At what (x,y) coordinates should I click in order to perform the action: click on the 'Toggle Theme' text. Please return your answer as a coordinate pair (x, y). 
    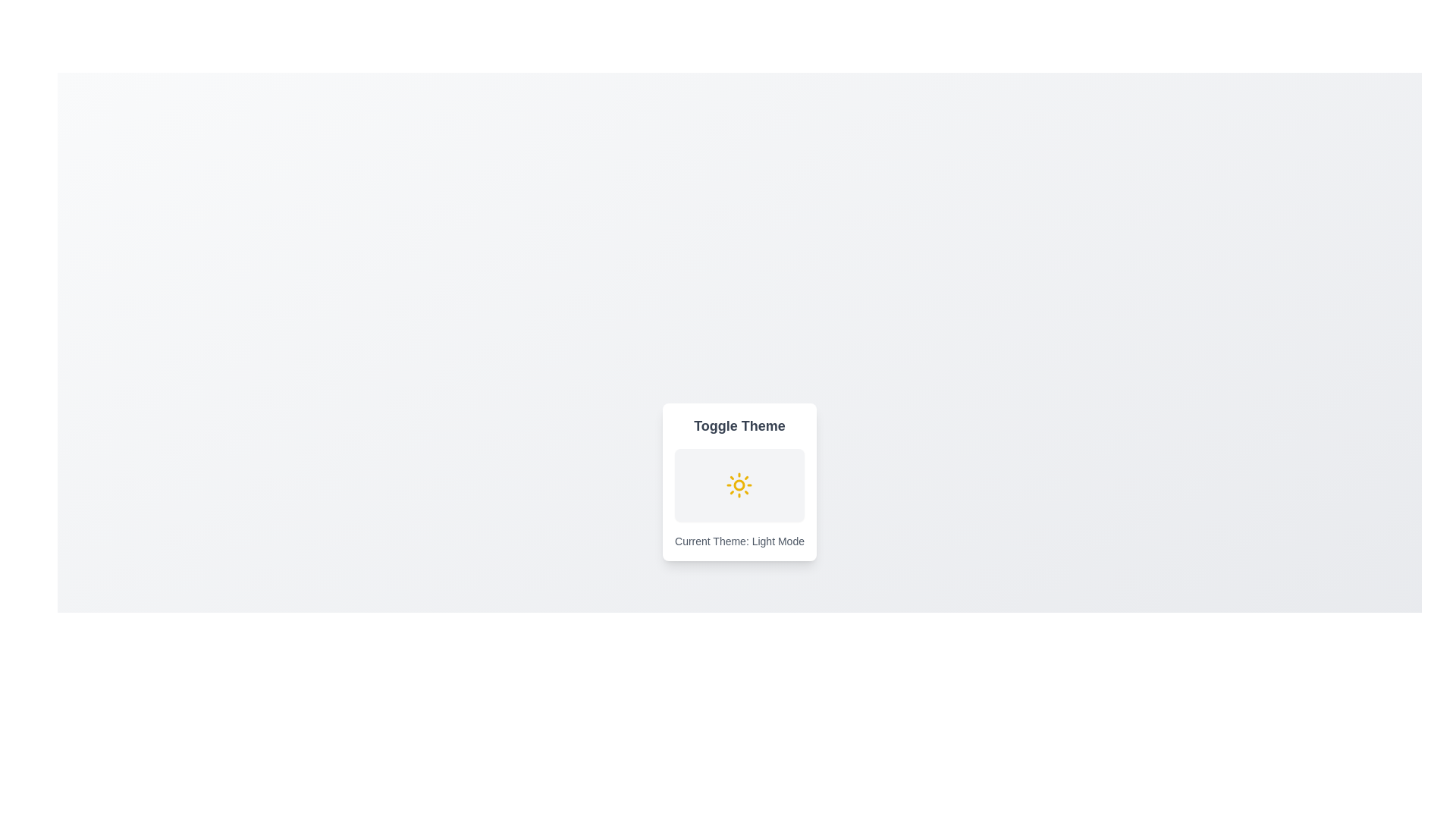
    Looking at the image, I should click on (739, 426).